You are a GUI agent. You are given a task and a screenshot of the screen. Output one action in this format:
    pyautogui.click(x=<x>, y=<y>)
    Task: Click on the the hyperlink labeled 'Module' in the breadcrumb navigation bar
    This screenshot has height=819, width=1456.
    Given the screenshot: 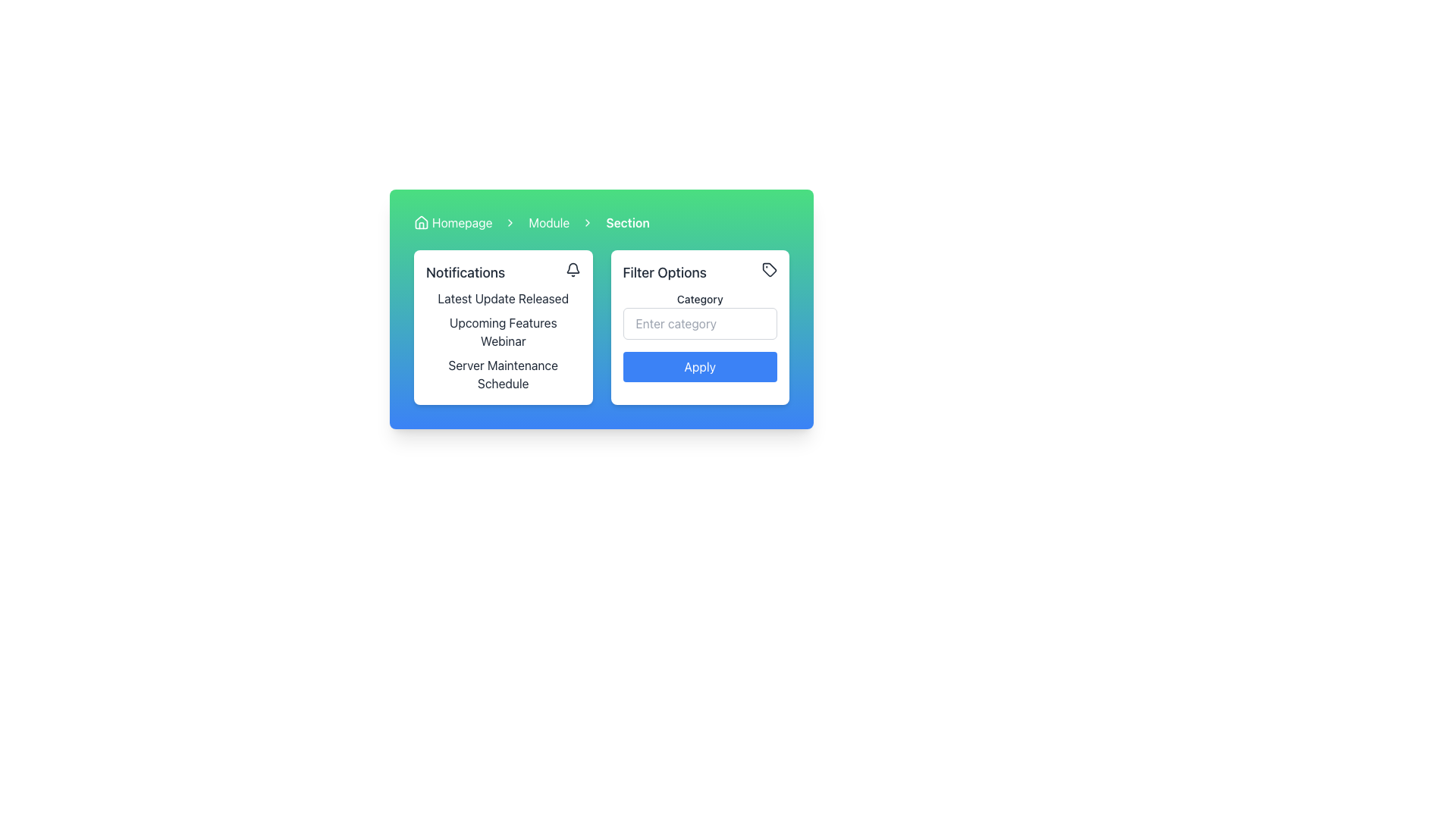 What is the action you would take?
    pyautogui.click(x=548, y=222)
    